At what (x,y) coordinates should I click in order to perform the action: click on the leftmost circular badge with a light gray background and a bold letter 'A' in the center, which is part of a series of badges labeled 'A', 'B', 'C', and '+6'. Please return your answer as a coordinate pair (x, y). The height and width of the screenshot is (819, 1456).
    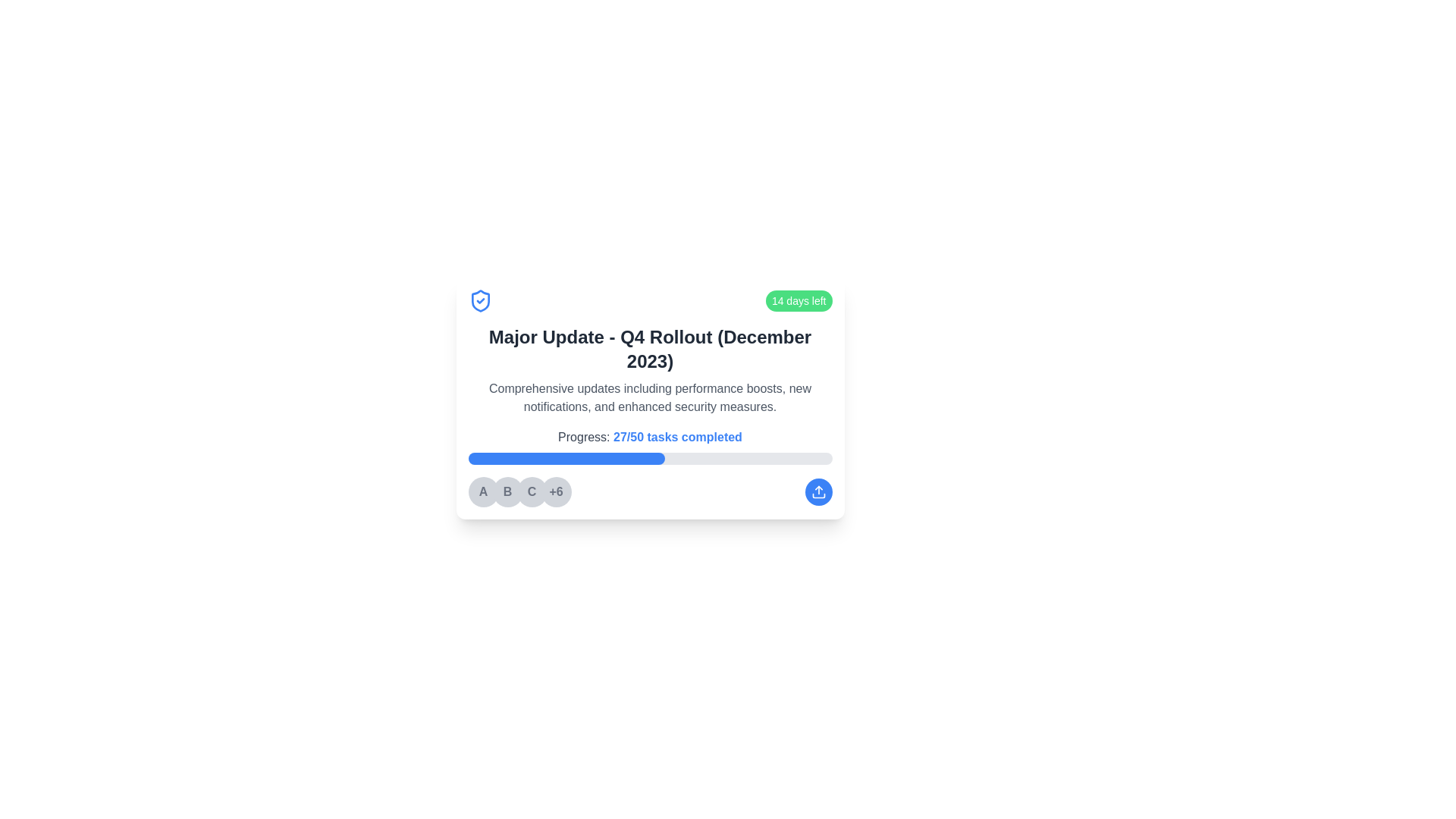
    Looking at the image, I should click on (482, 491).